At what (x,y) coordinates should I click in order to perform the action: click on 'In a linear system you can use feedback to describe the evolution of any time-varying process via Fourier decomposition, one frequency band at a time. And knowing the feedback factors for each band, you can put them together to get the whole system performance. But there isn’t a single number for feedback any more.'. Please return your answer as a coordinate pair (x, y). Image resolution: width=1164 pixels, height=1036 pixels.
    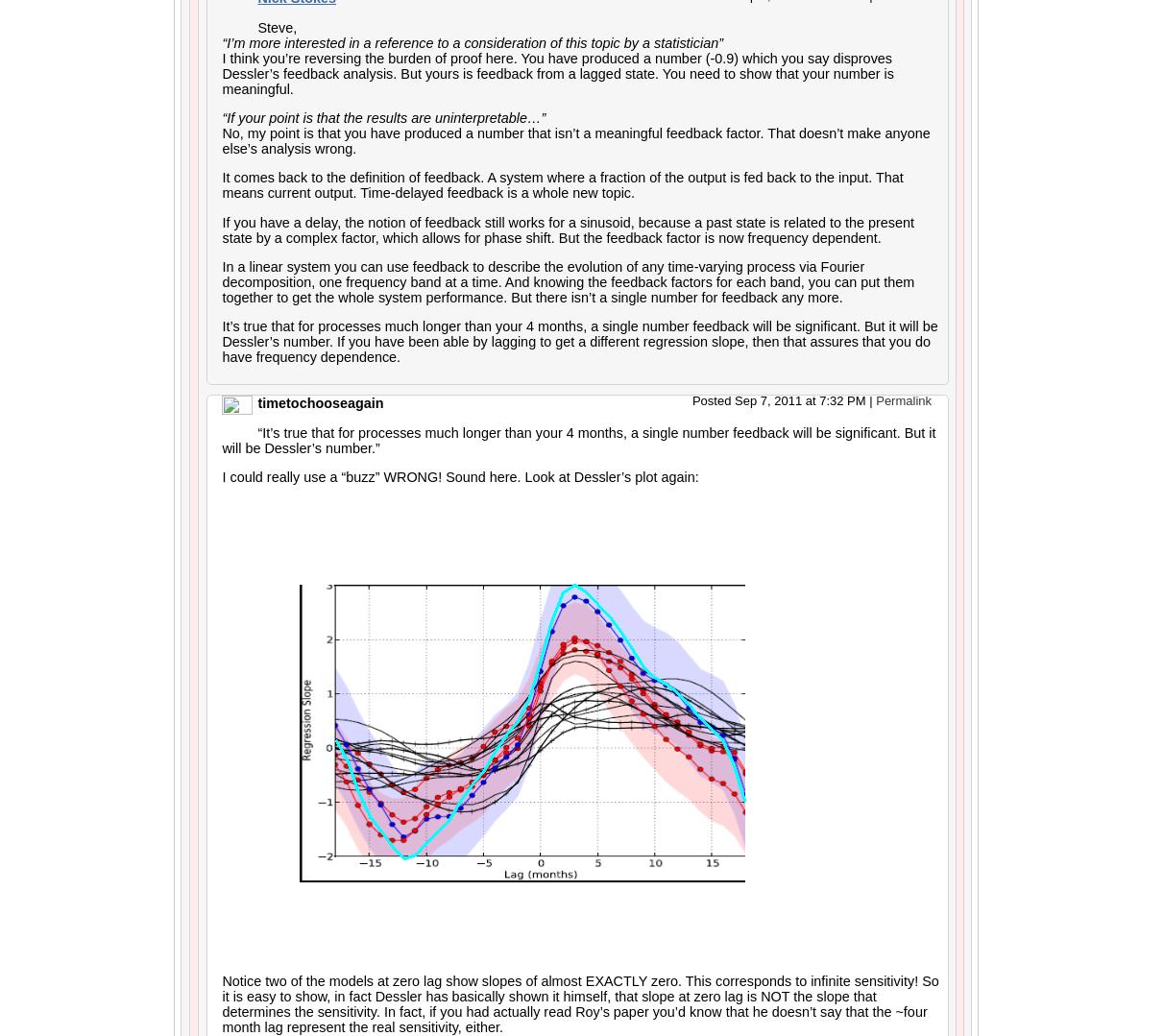
    Looking at the image, I should click on (568, 281).